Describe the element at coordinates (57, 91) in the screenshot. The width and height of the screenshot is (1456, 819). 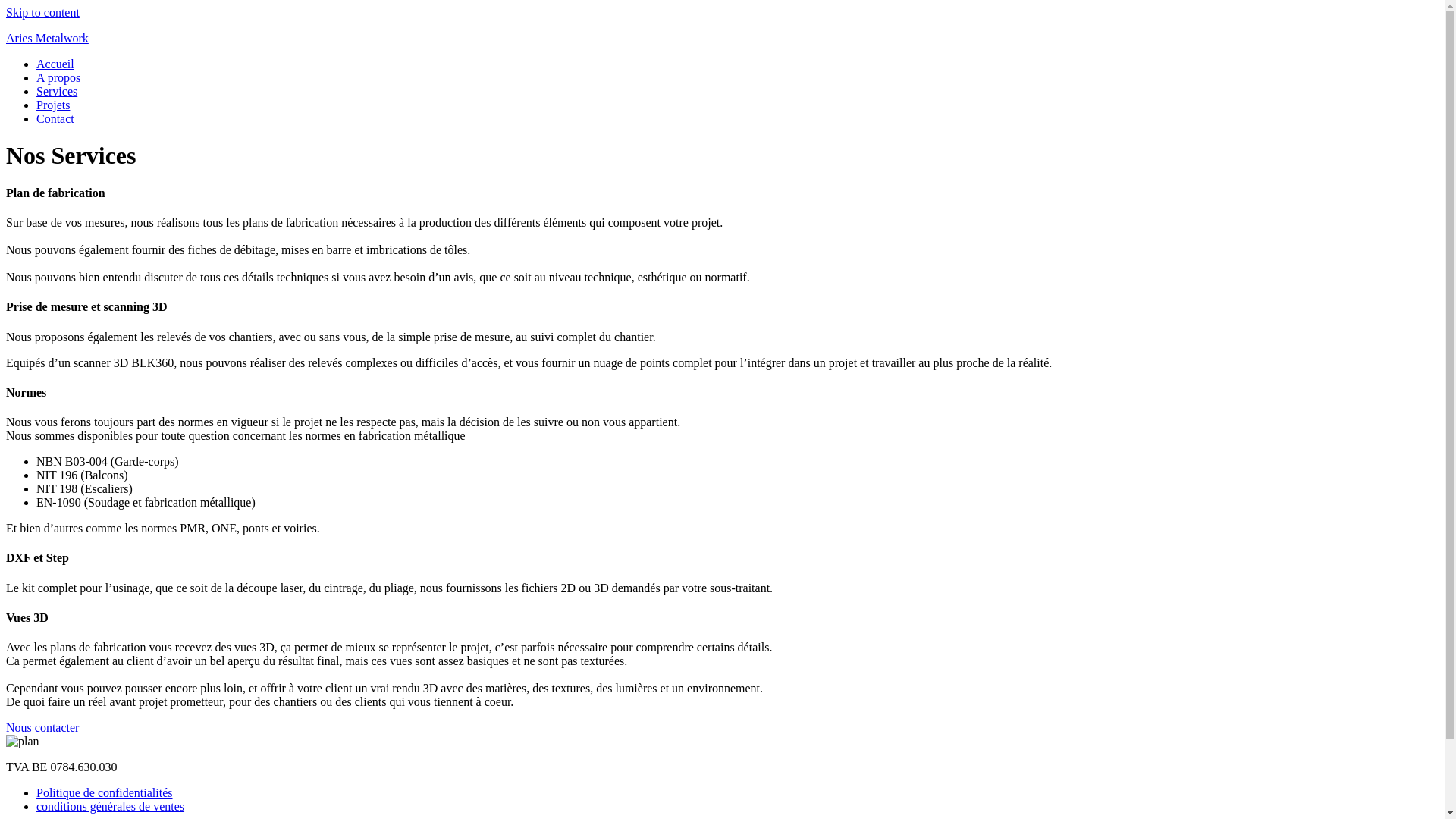
I see `'Services'` at that location.